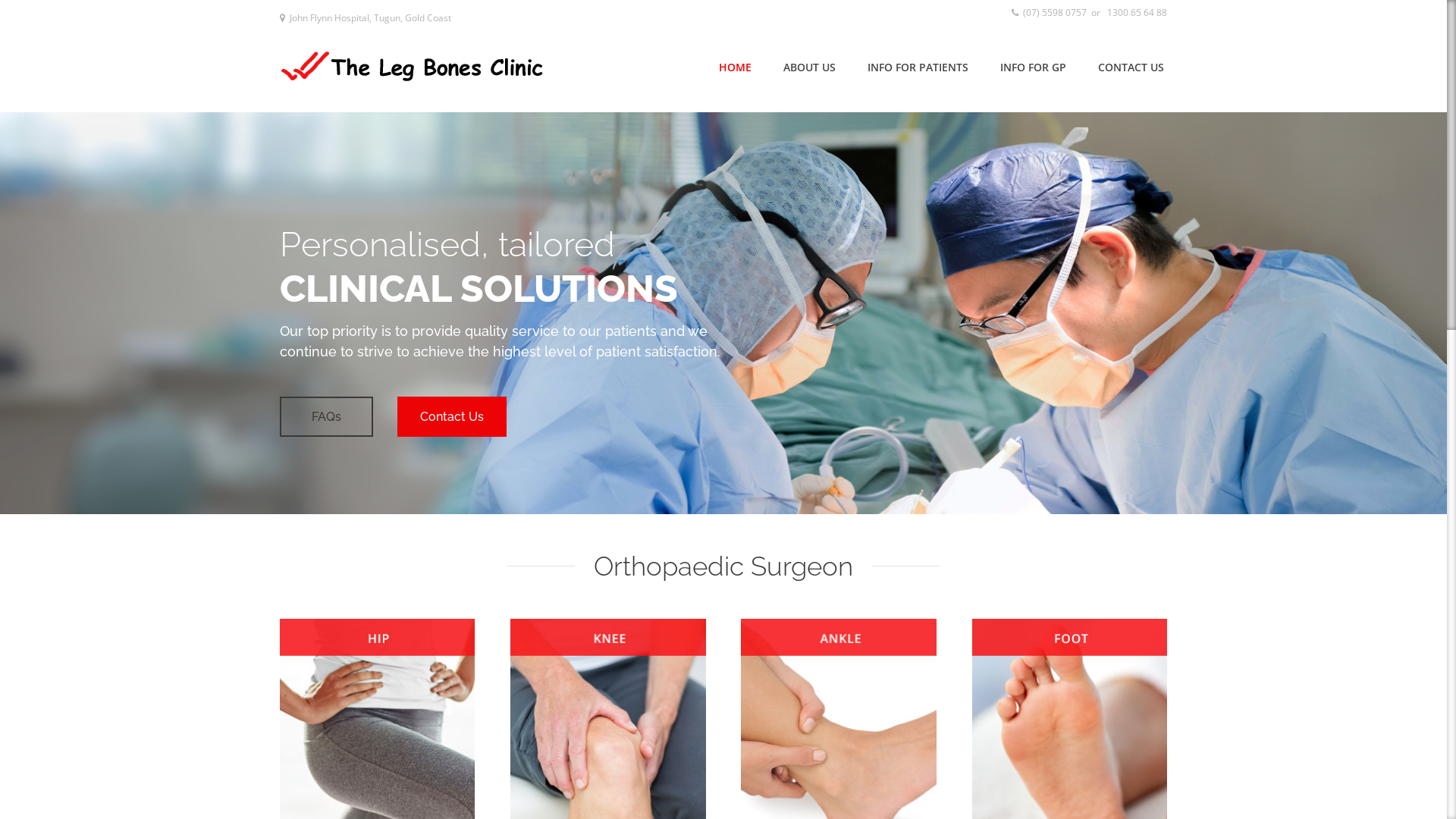 Image resolution: width=1456 pixels, height=819 pixels. I want to click on 'INFO FOR PATIENTS', so click(917, 66).